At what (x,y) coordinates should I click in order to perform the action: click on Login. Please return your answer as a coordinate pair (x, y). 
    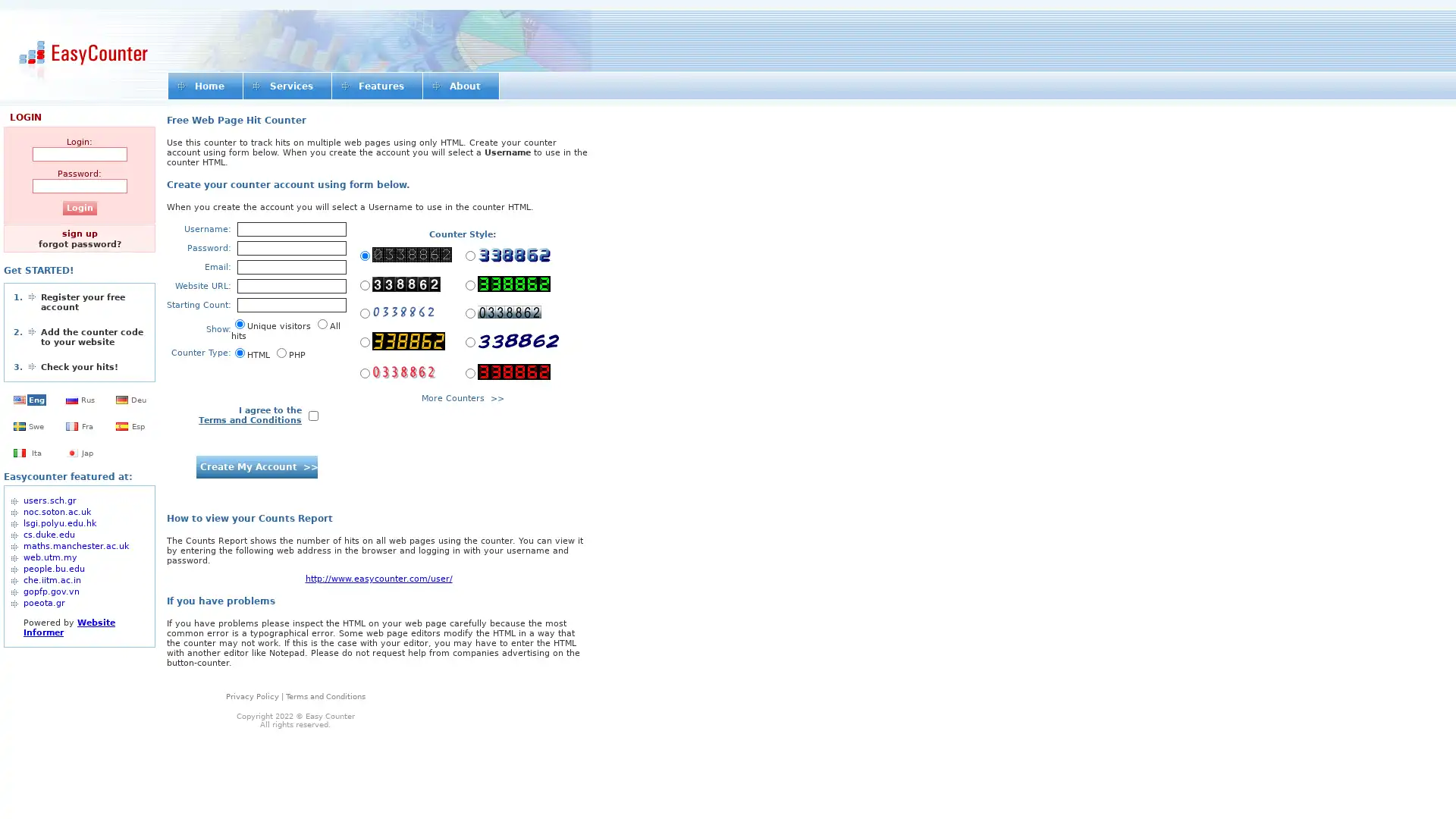
    Looking at the image, I should click on (78, 208).